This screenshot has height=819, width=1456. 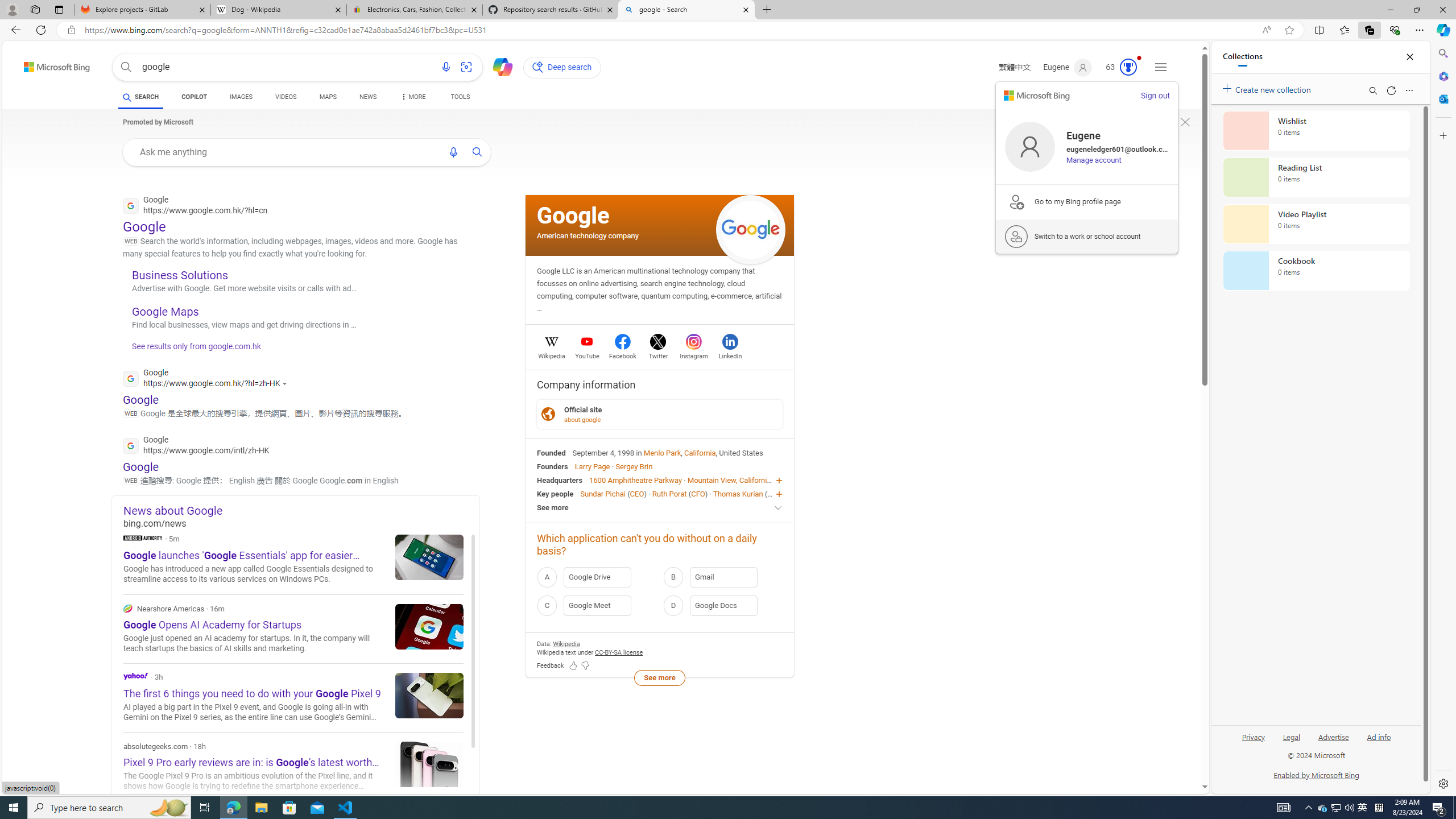 I want to click on 'Reading List collection, 0 items', so click(x=1316, y=176).